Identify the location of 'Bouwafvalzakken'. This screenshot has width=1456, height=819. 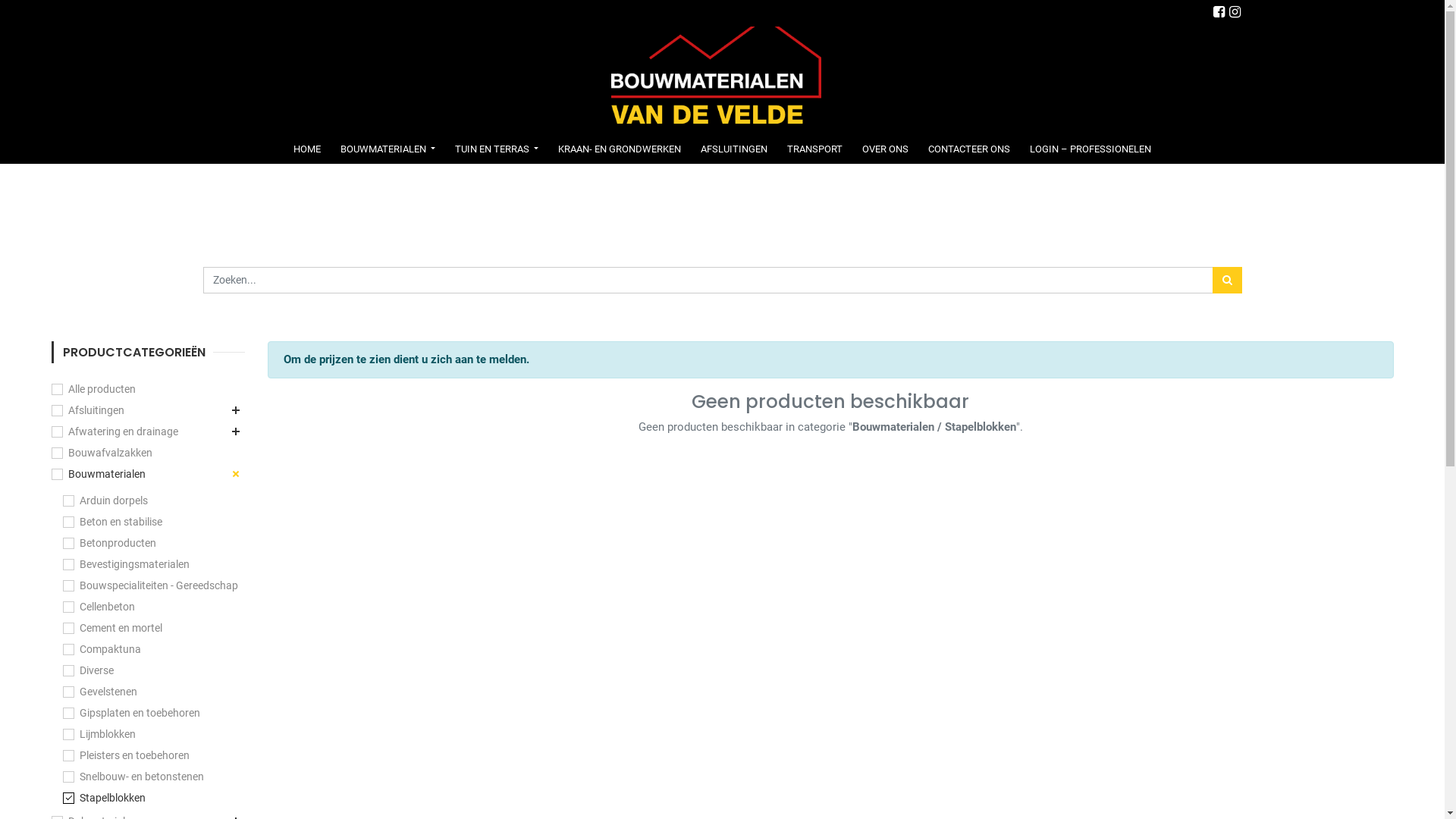
(101, 452).